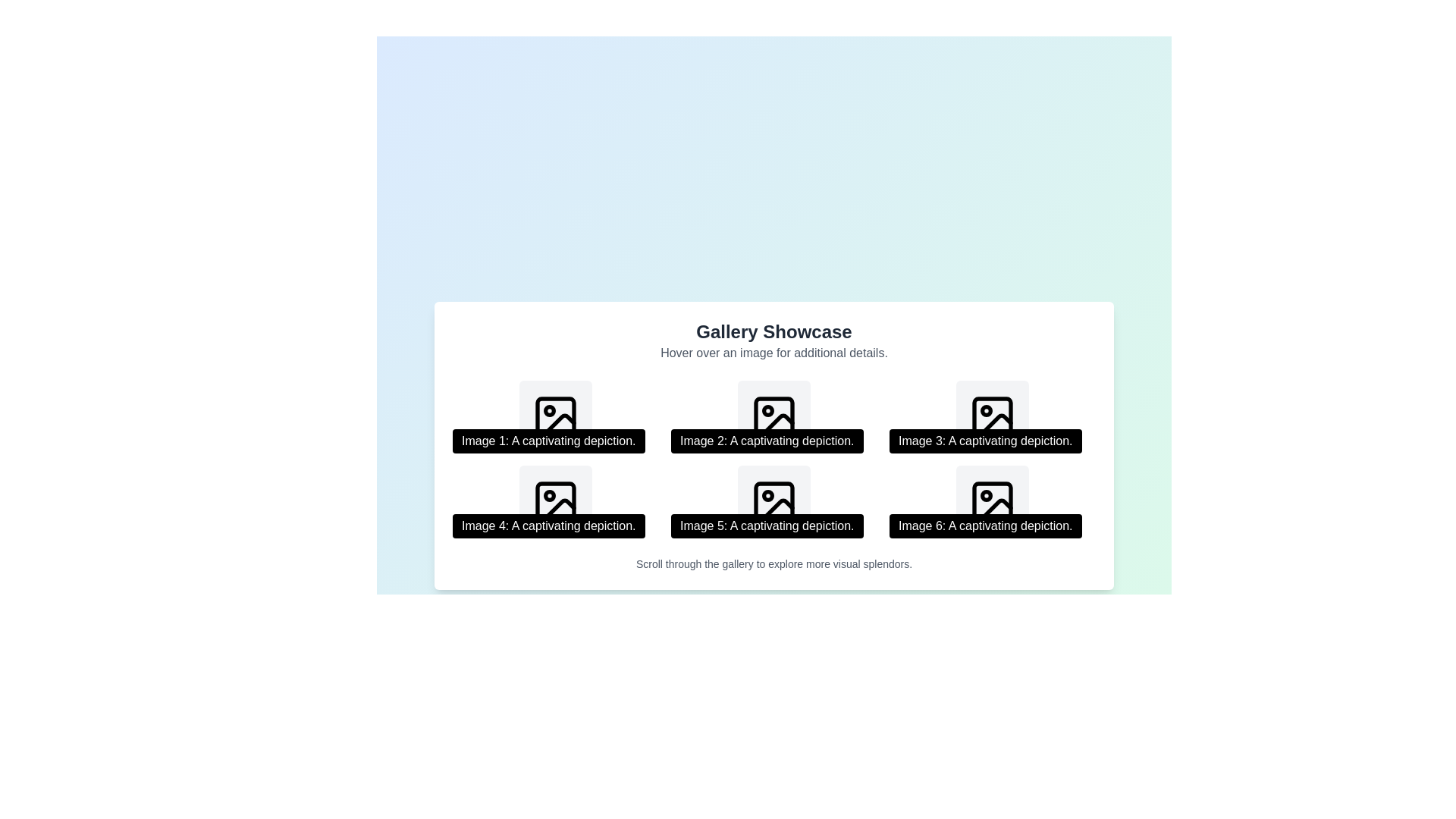 This screenshot has width=1456, height=819. I want to click on the small rectangular icon with rounded corners that is centrally positioned within the image icon in the second row and first column of the gallery grid, which is located below the text 'Image 4: A captivating depiction.', so click(555, 502).